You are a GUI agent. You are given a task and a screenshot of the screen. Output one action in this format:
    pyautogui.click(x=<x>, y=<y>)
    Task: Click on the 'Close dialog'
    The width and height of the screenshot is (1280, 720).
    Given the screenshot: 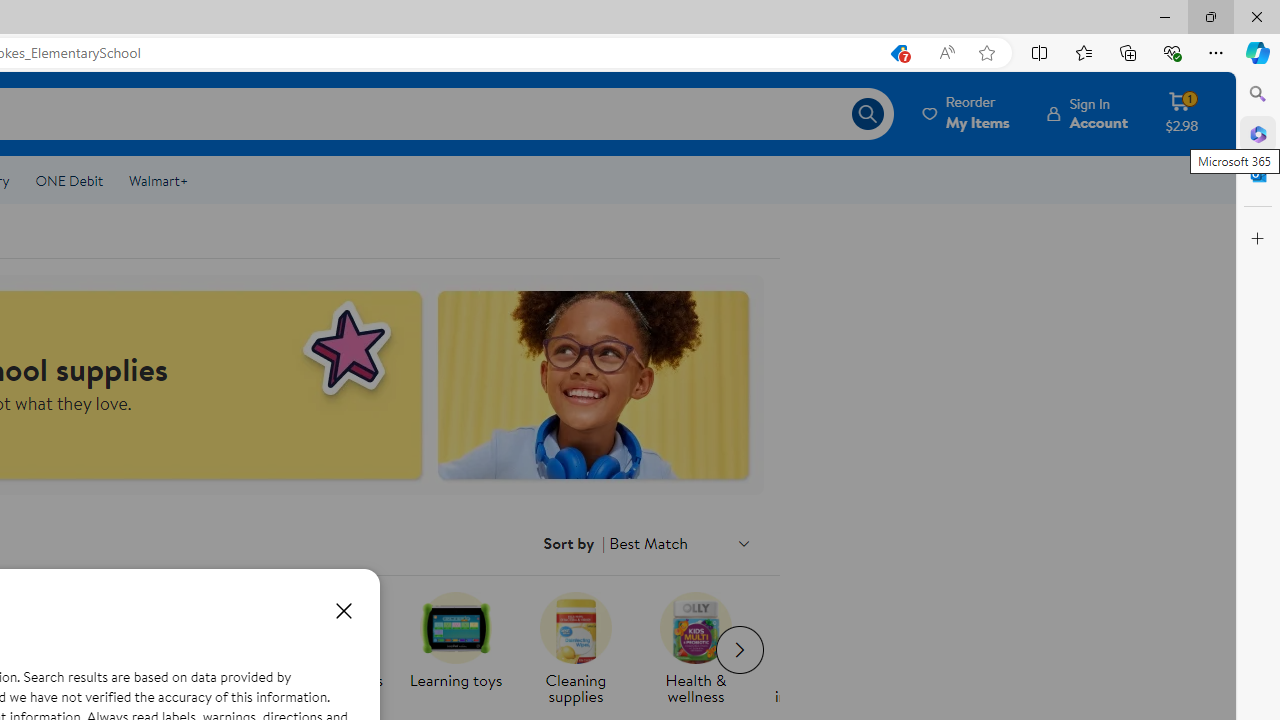 What is the action you would take?
    pyautogui.click(x=343, y=609)
    